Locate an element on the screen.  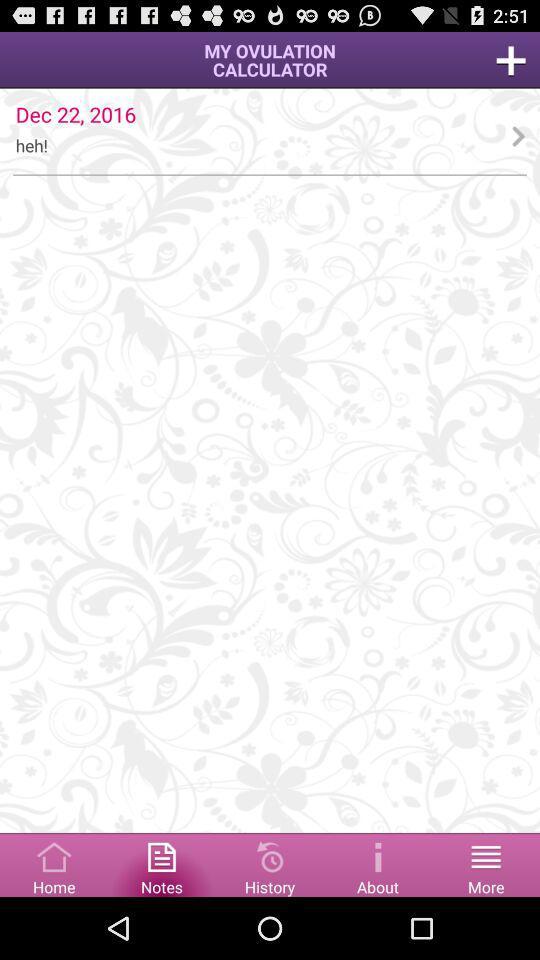
history page is located at coordinates (270, 863).